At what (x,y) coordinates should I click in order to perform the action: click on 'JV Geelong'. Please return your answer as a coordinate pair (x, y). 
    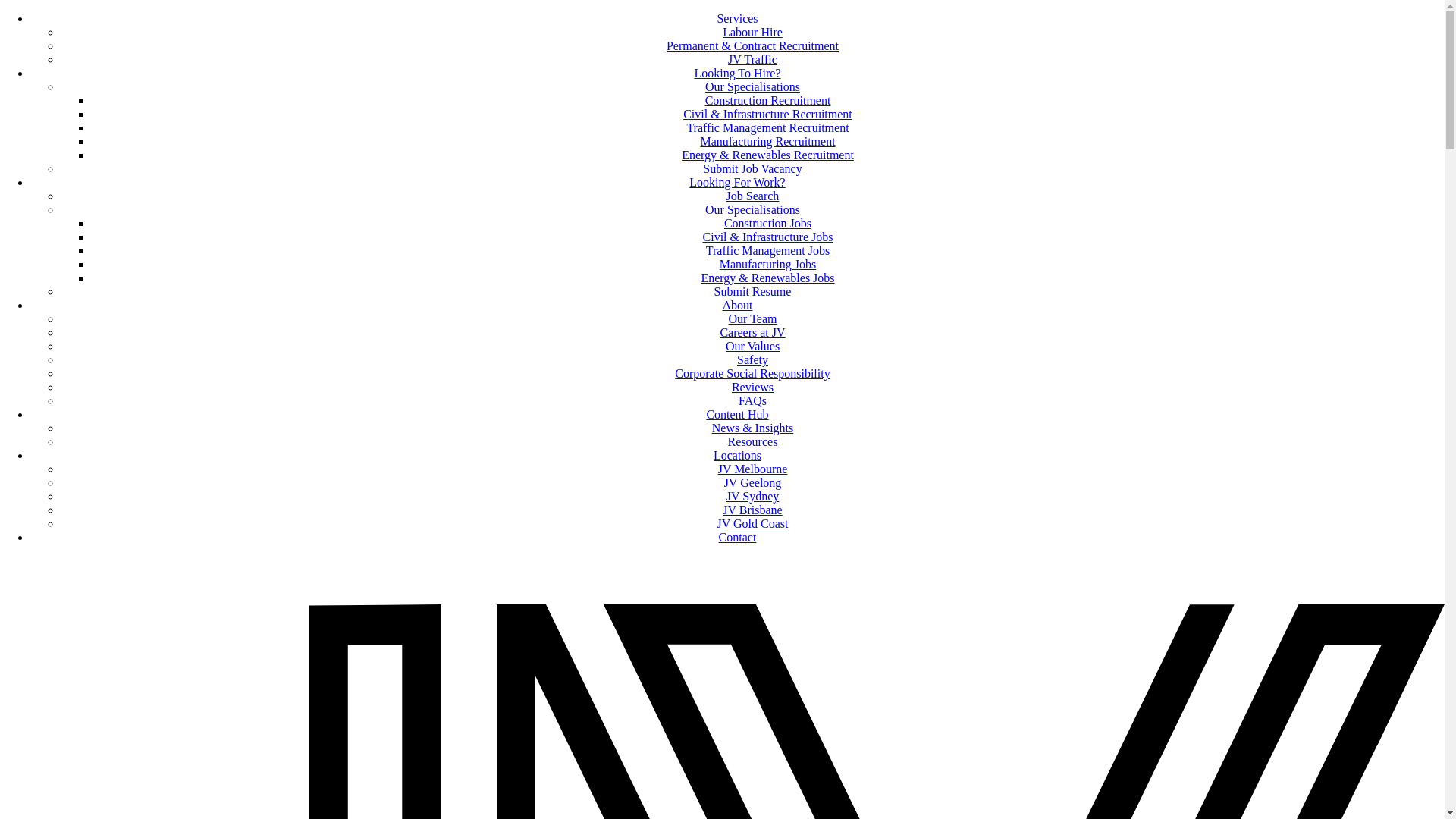
    Looking at the image, I should click on (723, 482).